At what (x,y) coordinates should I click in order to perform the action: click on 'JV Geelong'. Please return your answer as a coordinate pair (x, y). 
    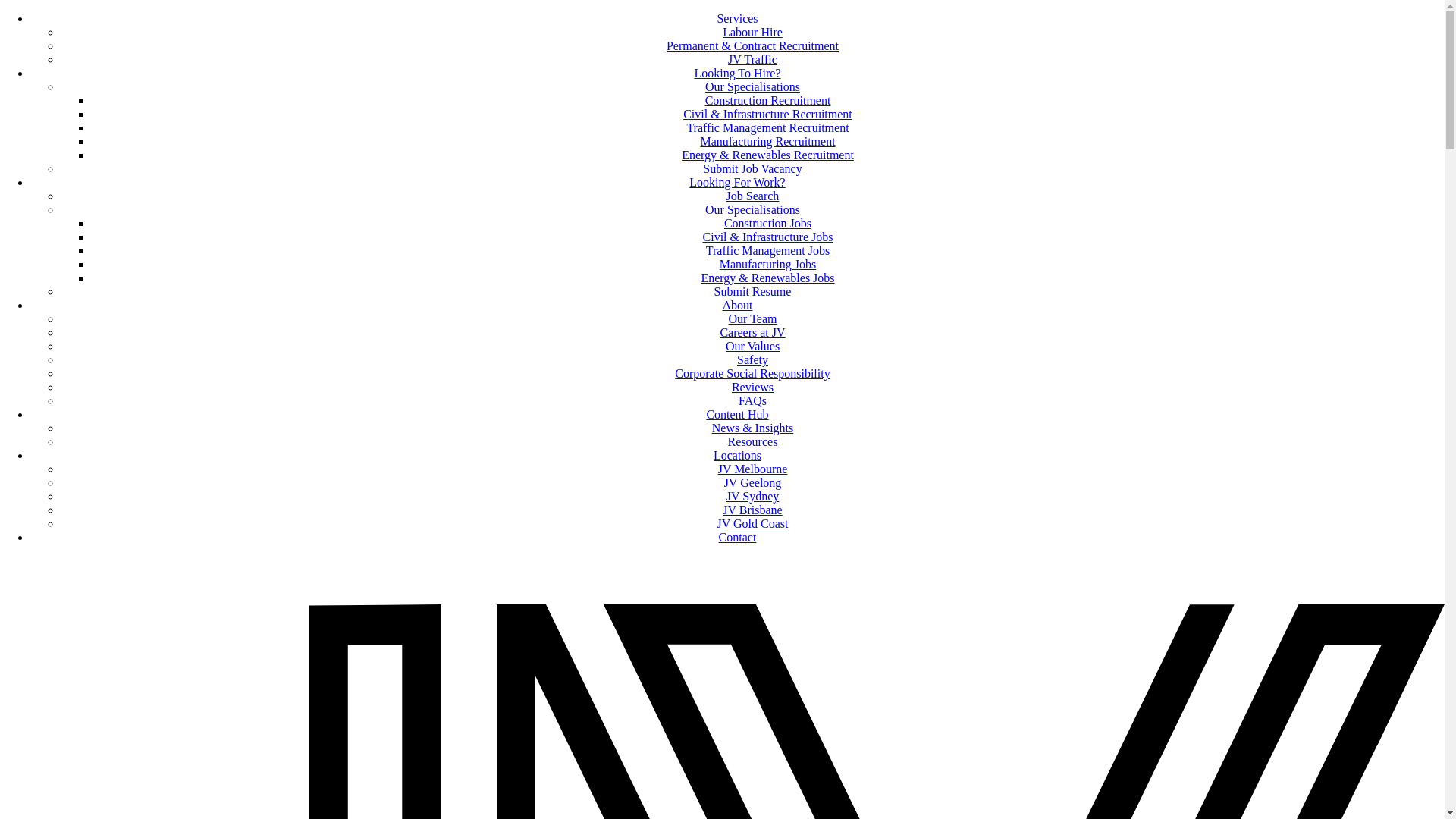
    Looking at the image, I should click on (723, 482).